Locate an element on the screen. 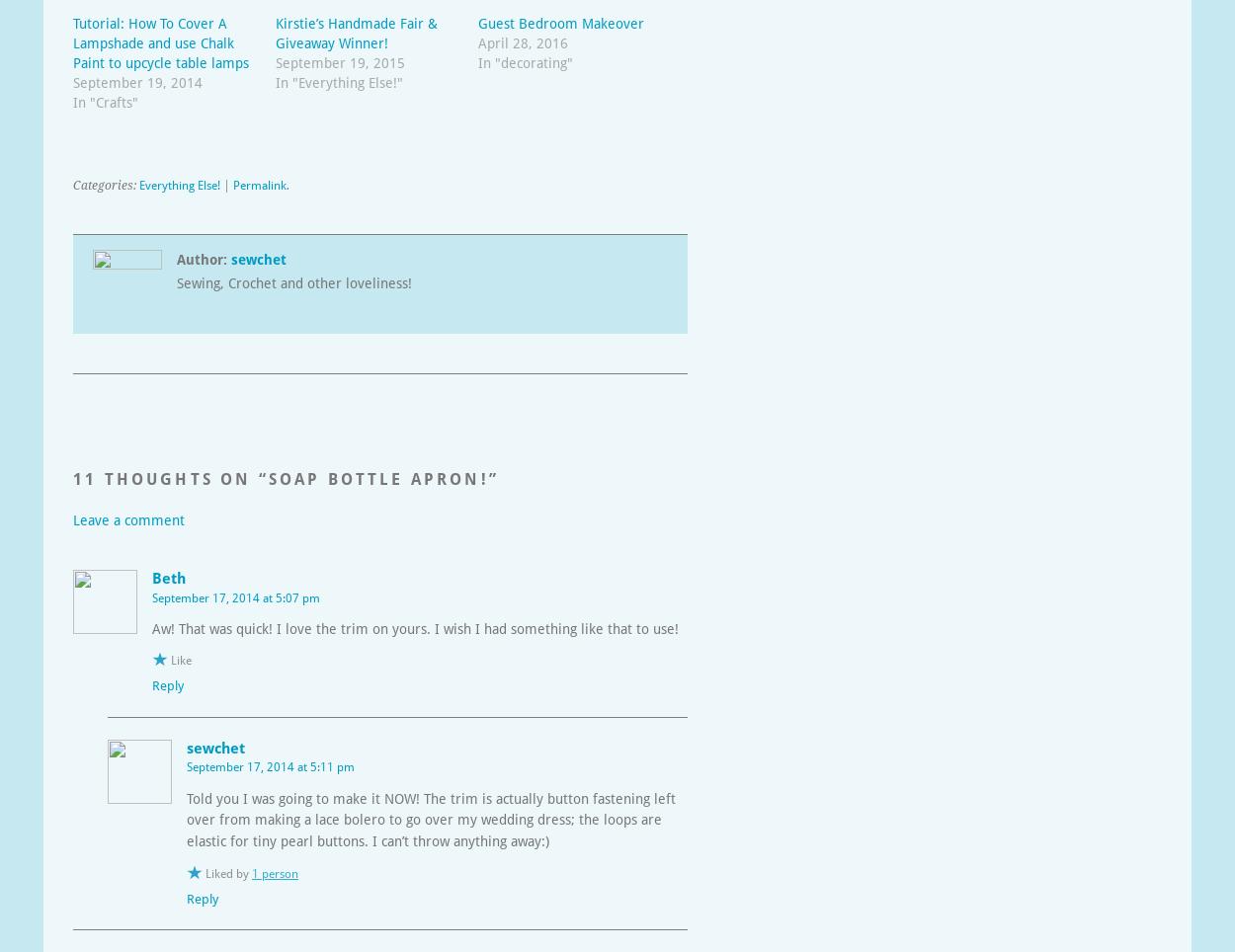 This screenshot has height=952, width=1235. 'Leave a comment' is located at coordinates (128, 520).